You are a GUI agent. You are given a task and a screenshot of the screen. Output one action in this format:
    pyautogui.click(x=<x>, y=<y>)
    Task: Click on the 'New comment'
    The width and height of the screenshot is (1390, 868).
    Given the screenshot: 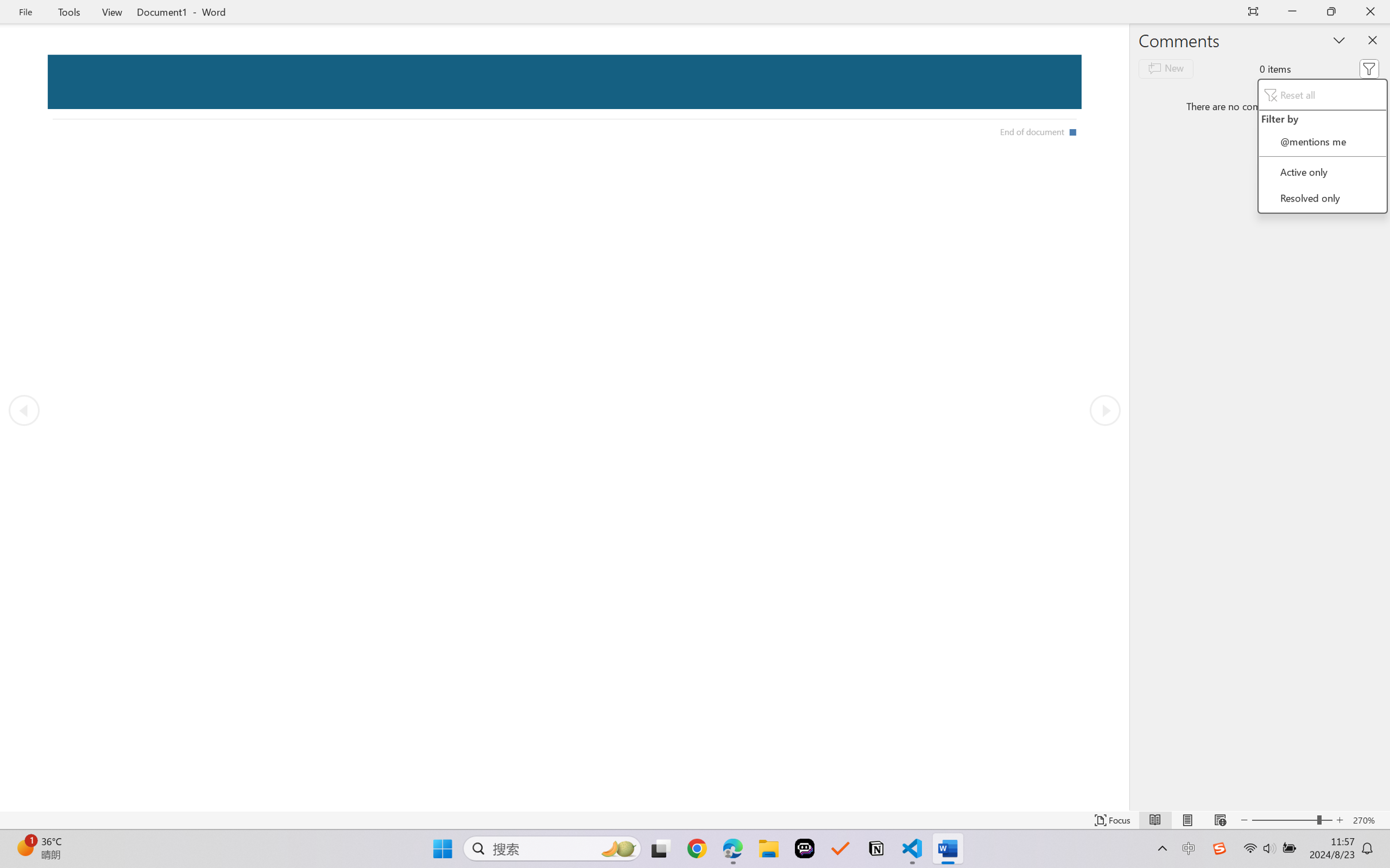 What is the action you would take?
    pyautogui.click(x=1165, y=69)
    